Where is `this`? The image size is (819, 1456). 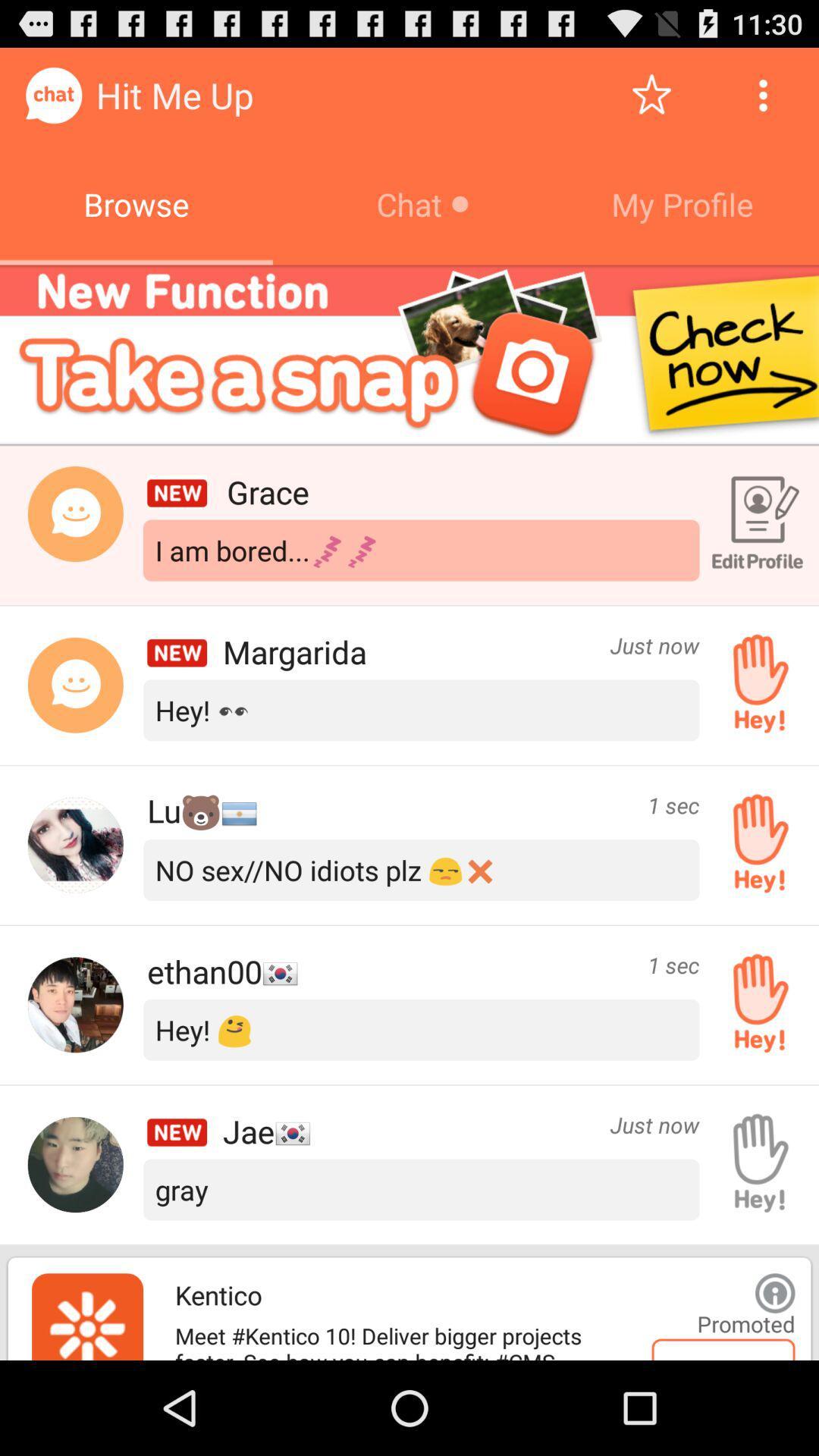 this is located at coordinates (651, 94).